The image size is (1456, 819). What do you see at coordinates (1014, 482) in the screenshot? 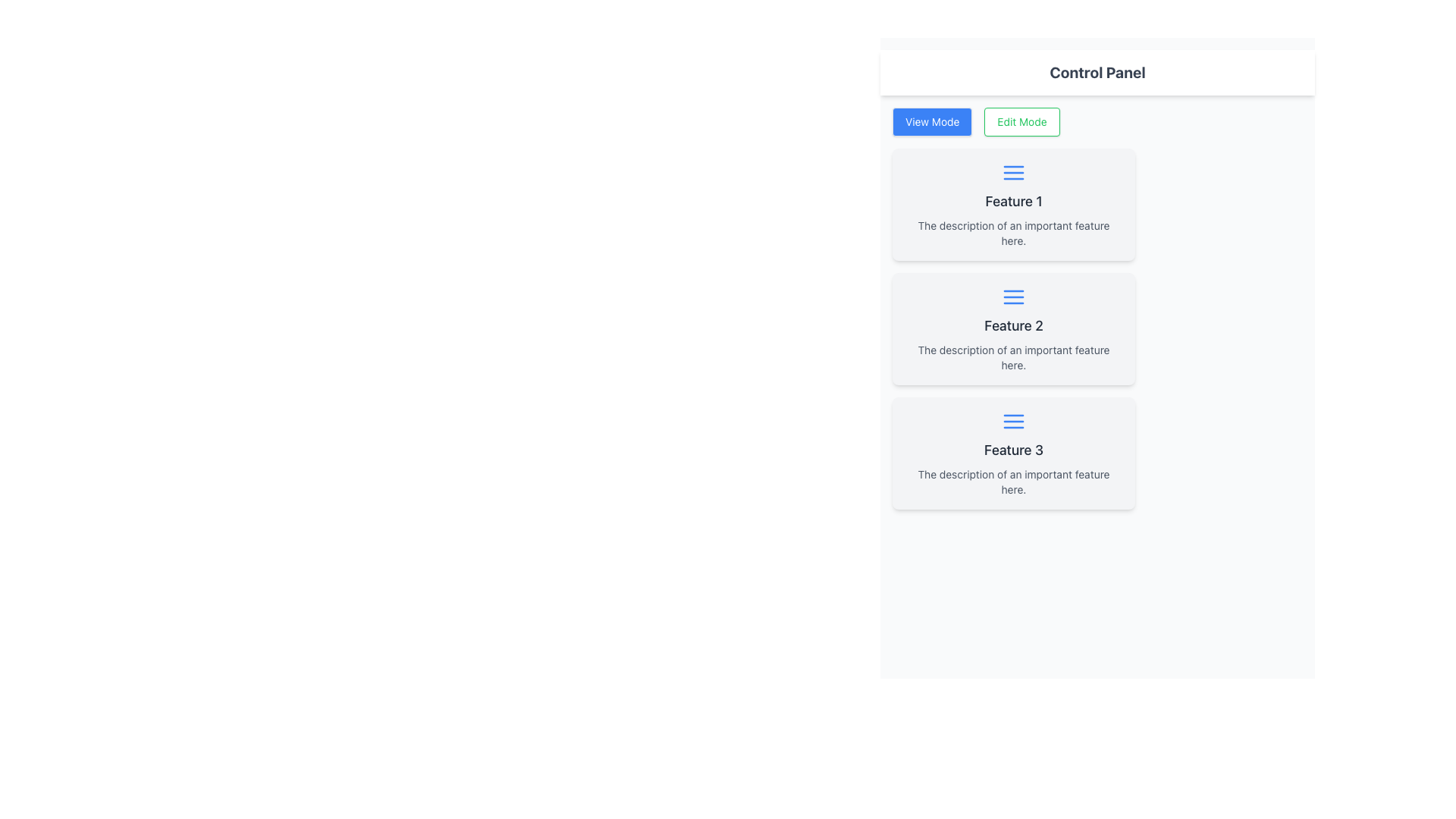
I see `the static text element that reads 'The description of an important feature here.' located below the title 'Feature 3' within its card layout` at bounding box center [1014, 482].